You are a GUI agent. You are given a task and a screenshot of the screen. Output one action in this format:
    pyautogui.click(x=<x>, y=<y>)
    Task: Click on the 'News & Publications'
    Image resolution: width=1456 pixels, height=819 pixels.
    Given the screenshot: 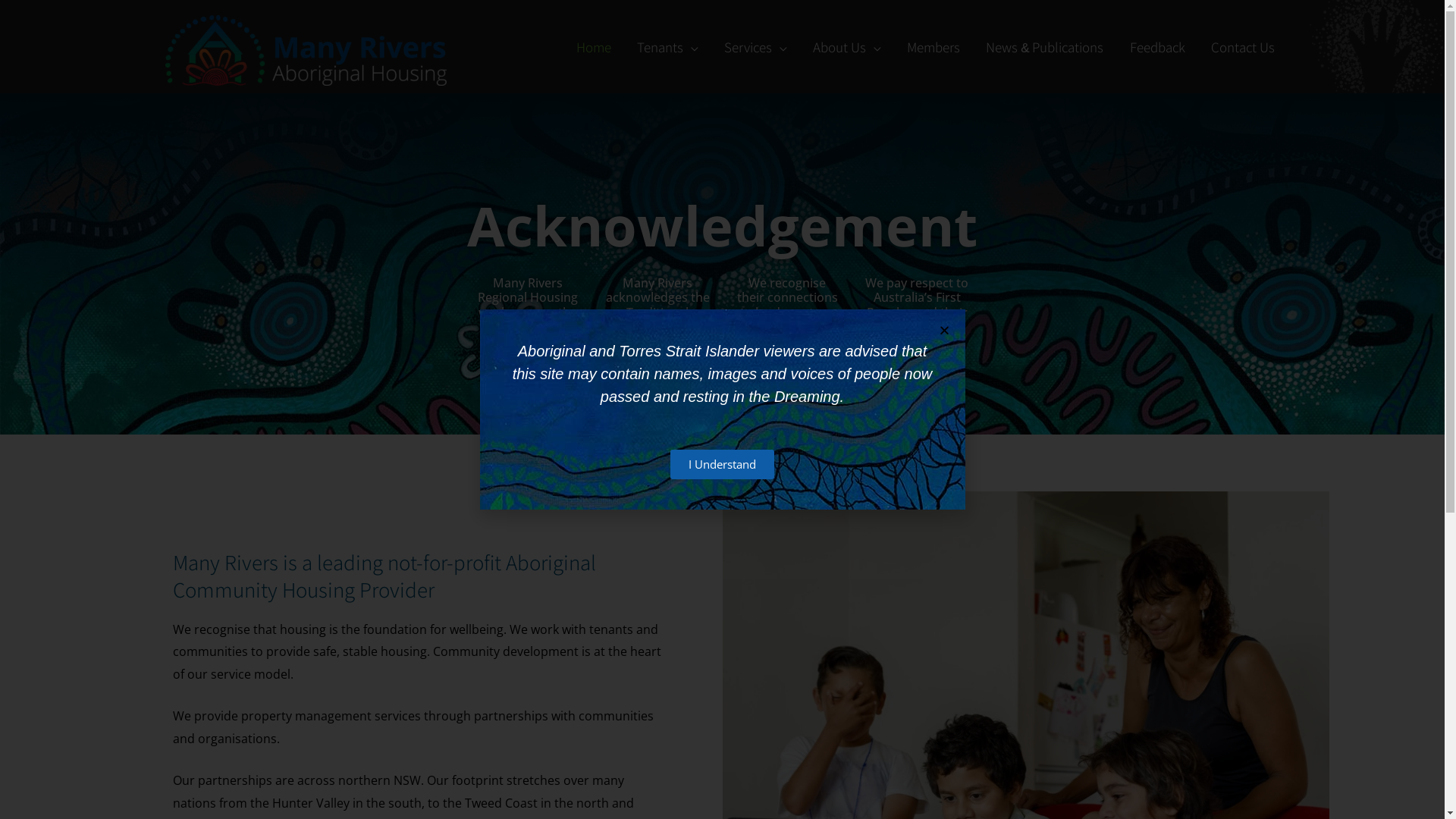 What is the action you would take?
    pyautogui.click(x=1043, y=45)
    